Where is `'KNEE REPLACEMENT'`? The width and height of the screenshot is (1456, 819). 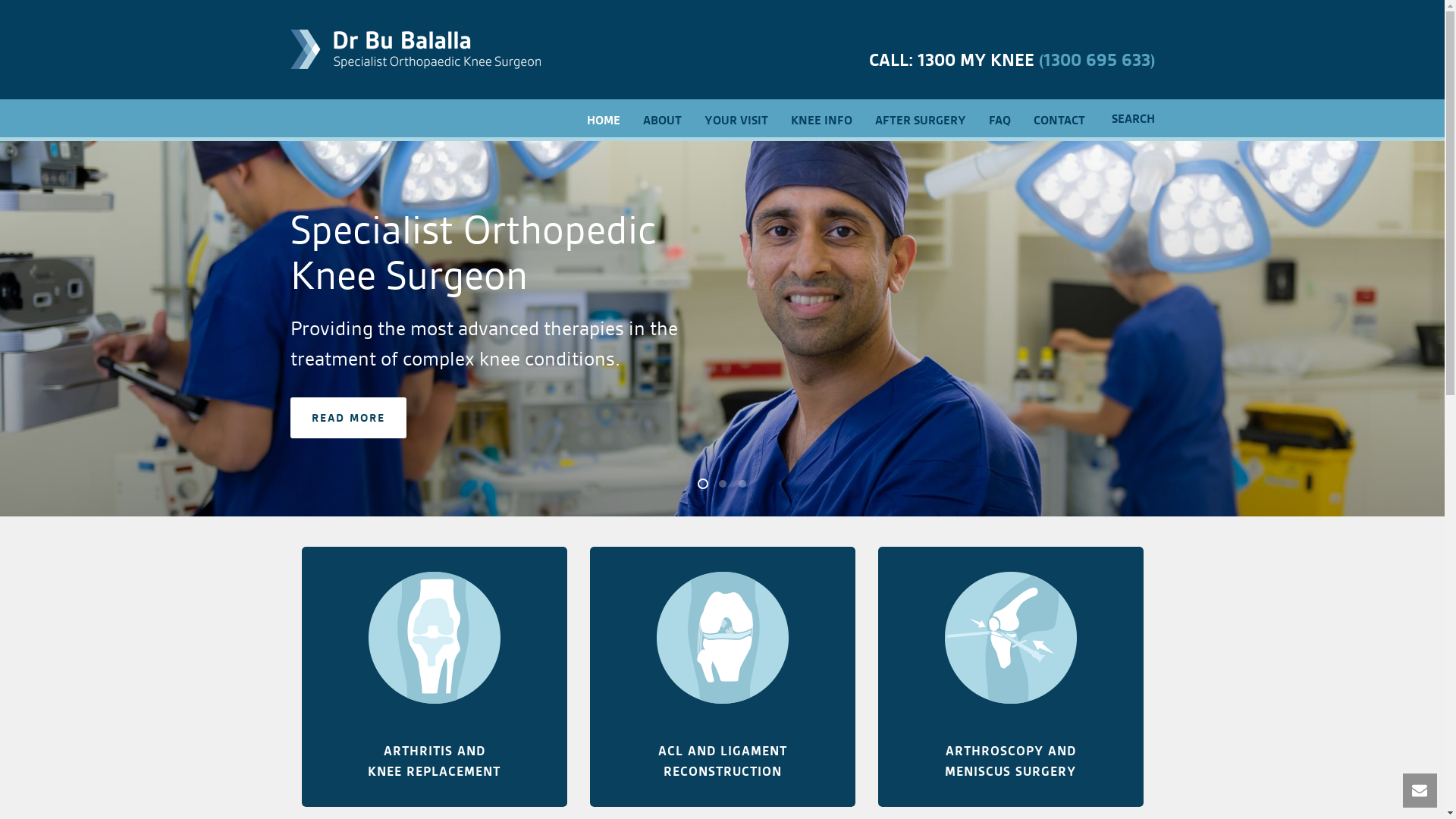
'KNEE REPLACEMENT' is located at coordinates (433, 771).